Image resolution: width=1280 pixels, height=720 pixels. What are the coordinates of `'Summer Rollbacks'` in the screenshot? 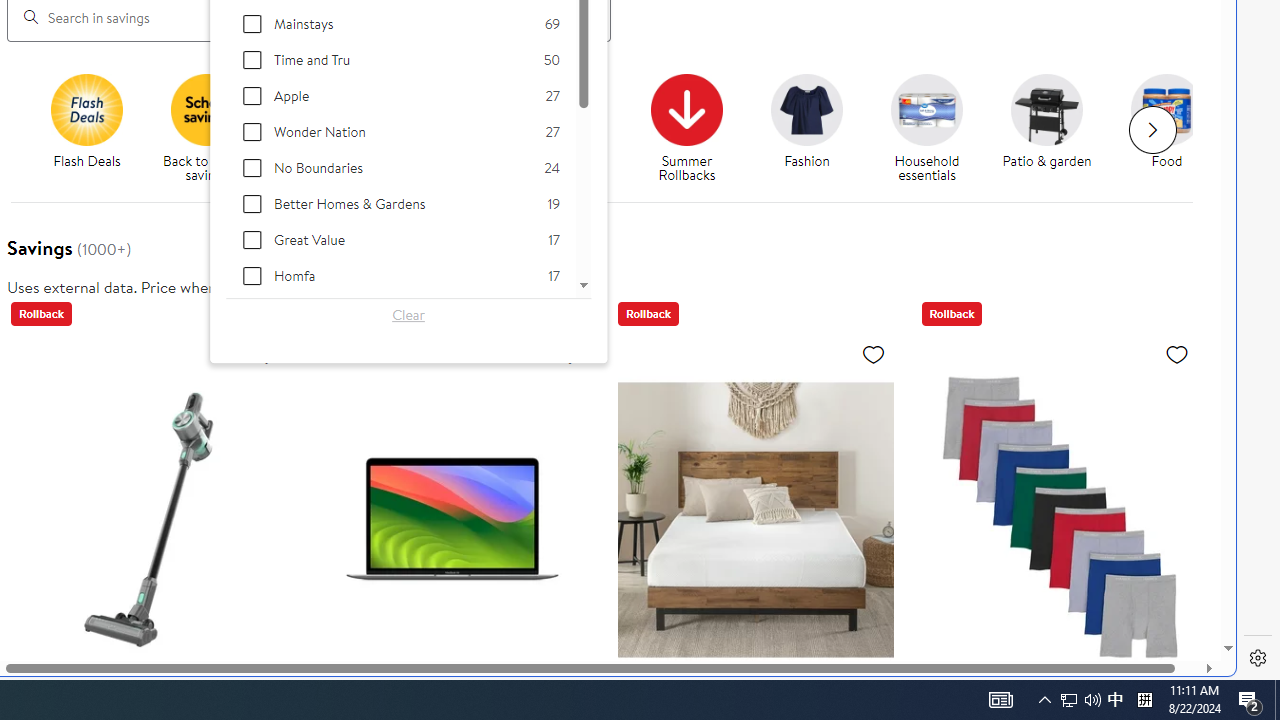 It's located at (687, 109).